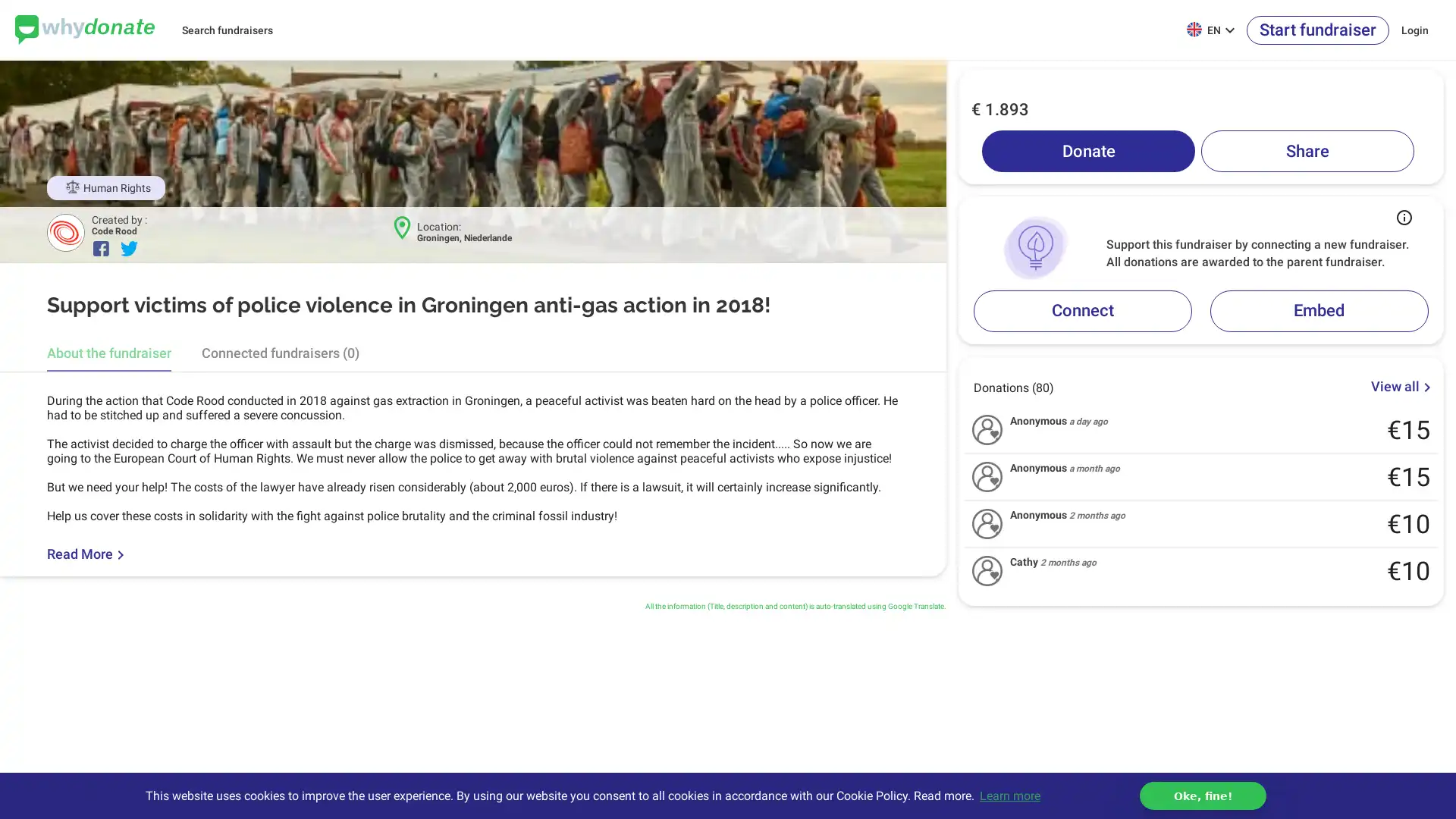  Describe the element at coordinates (1202, 795) in the screenshot. I see `dismiss cookie message` at that location.